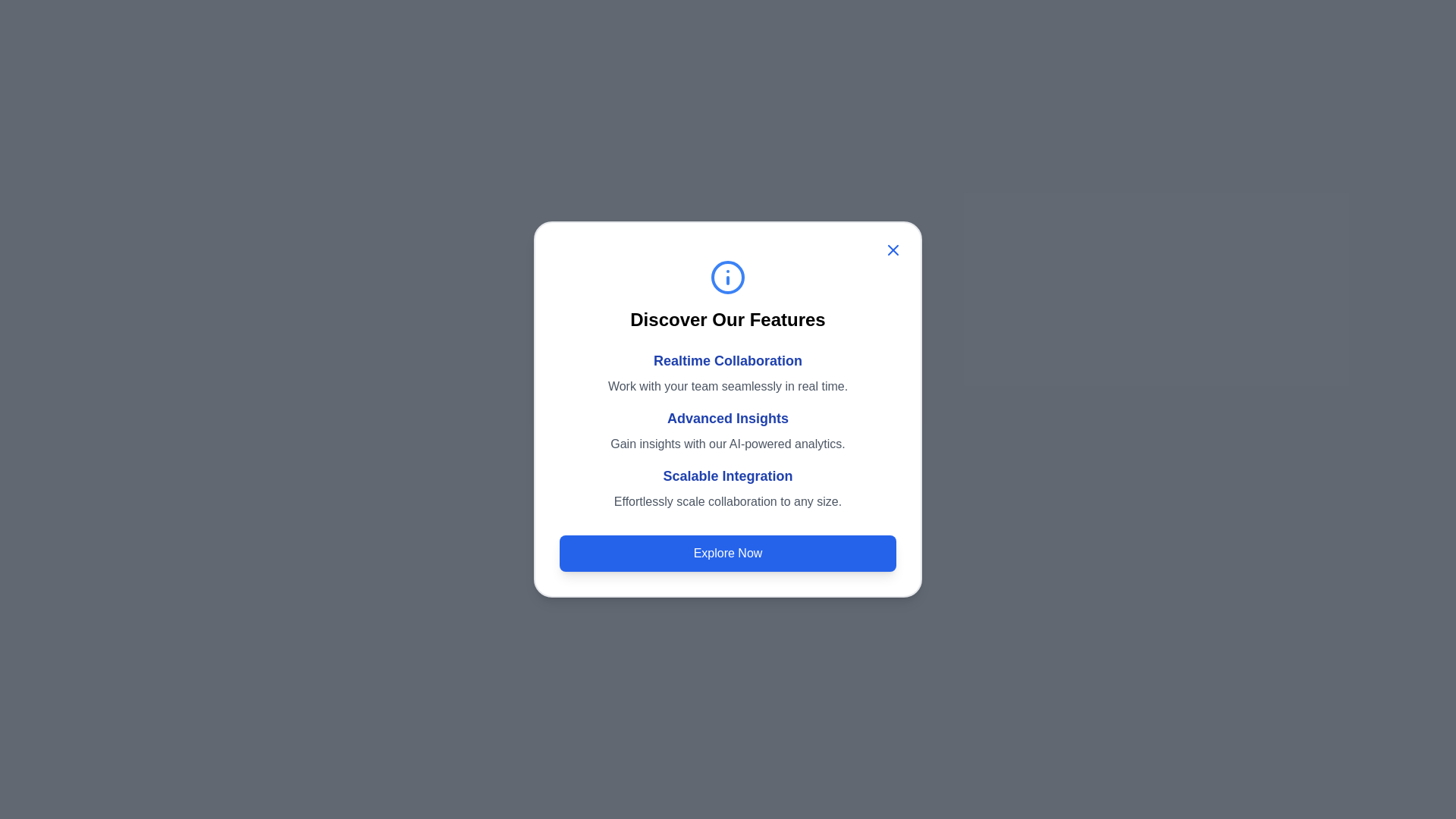 The width and height of the screenshot is (1456, 819). What do you see at coordinates (728, 488) in the screenshot?
I see `the Informational Section titled 'Scalable Integration', which includes the description 'Effortlessly scale collaboration to any size.'` at bounding box center [728, 488].